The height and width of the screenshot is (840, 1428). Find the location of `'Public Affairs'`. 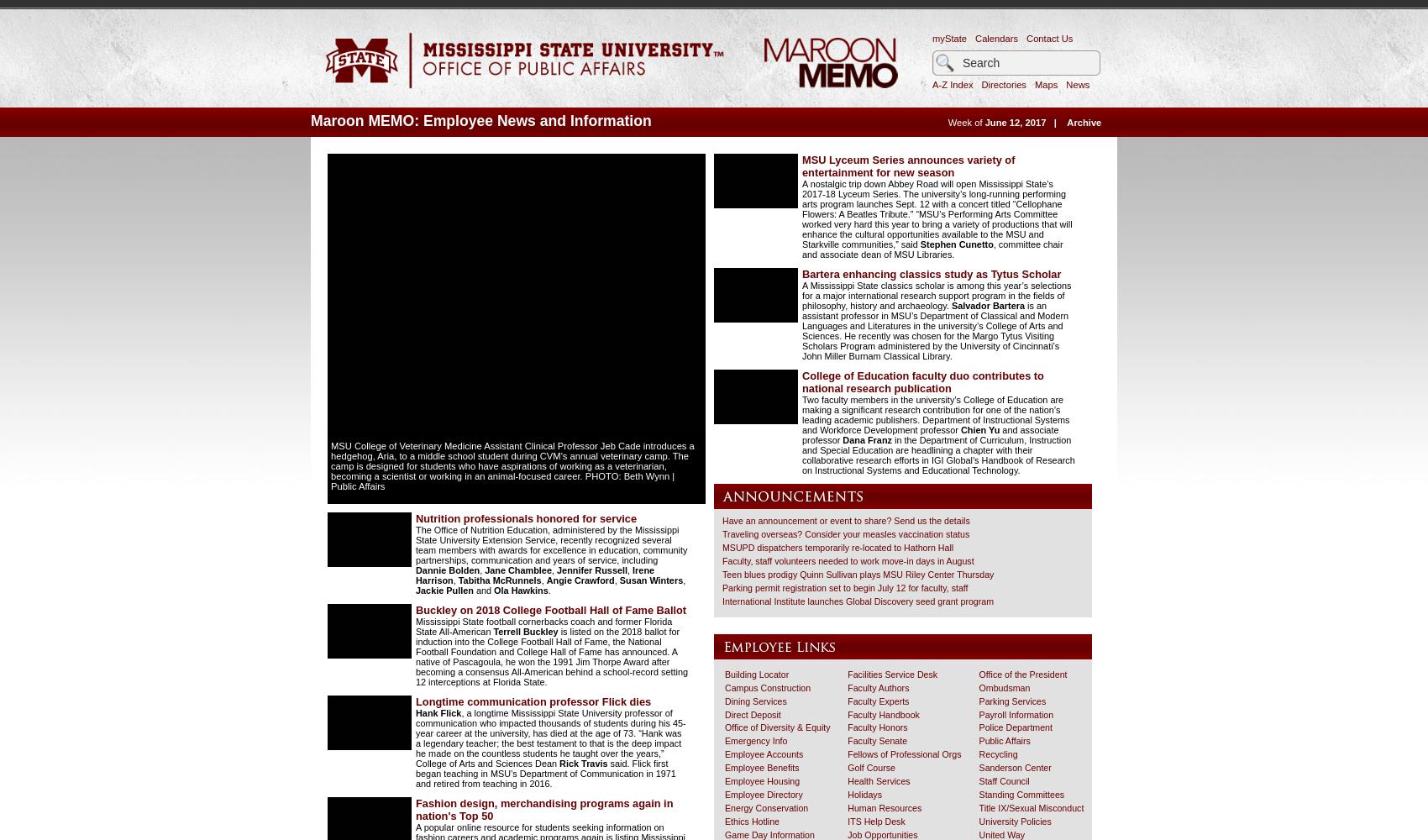

'Public Affairs' is located at coordinates (1003, 741).